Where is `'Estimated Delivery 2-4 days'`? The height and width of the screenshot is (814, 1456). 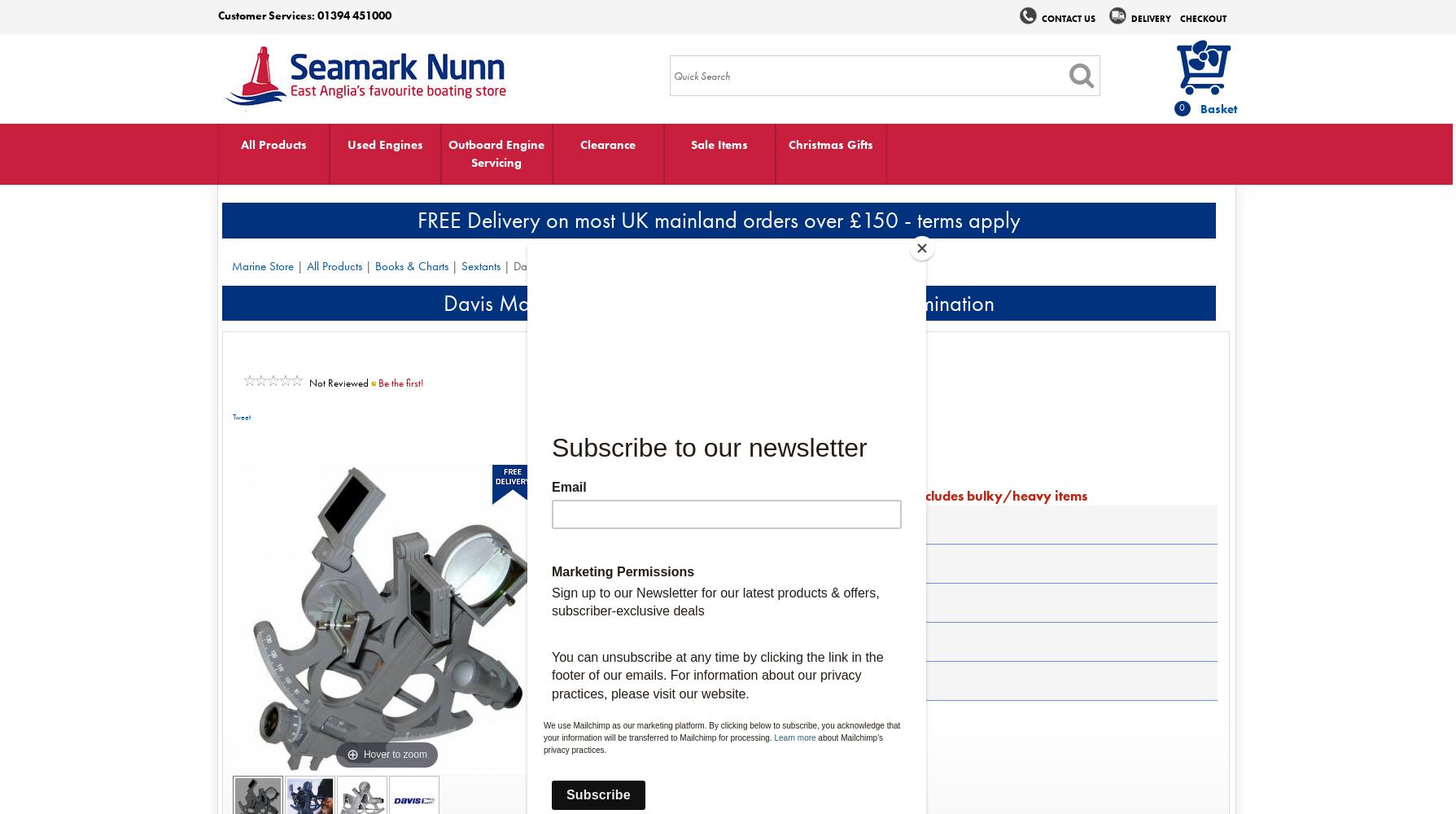 'Estimated Delivery 2-4 days' is located at coordinates (552, 734).